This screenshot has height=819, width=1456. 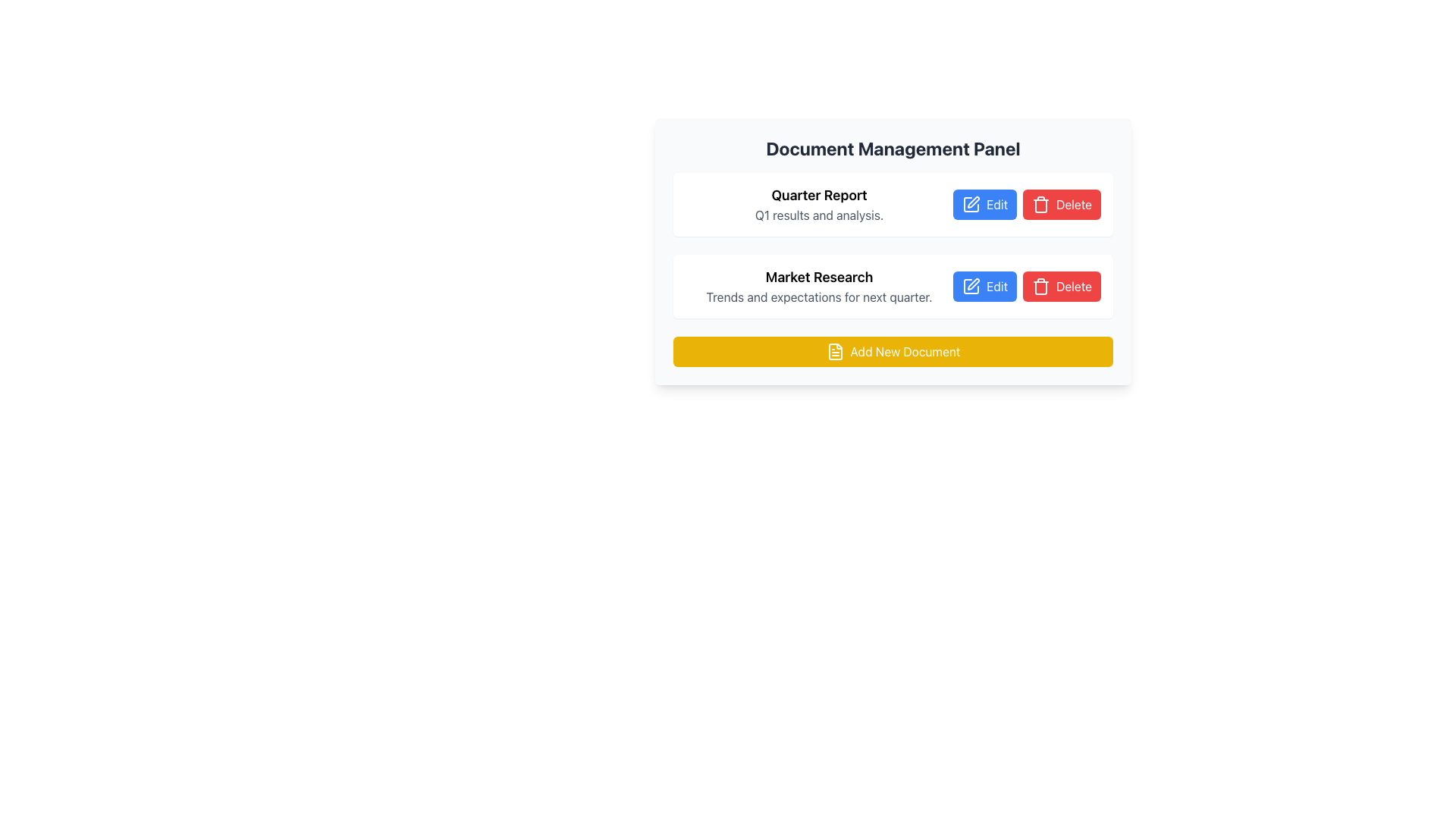 What do you see at coordinates (1027, 287) in the screenshot?
I see `the Action button group located in the 'Market Research' section, adjacent to 'Trends and expectations for next quarter'` at bounding box center [1027, 287].